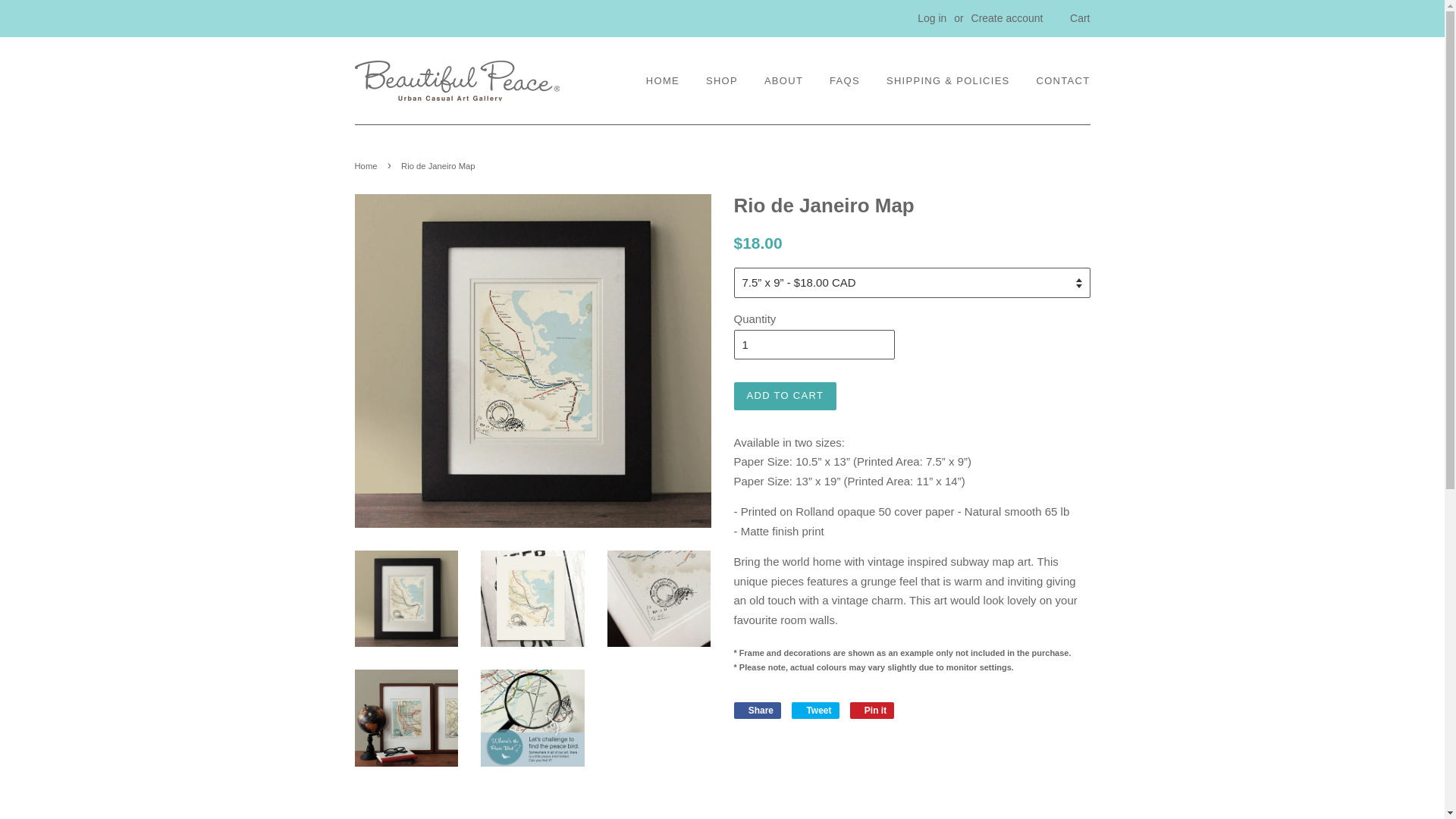  I want to click on 'Home', so click(368, 166).